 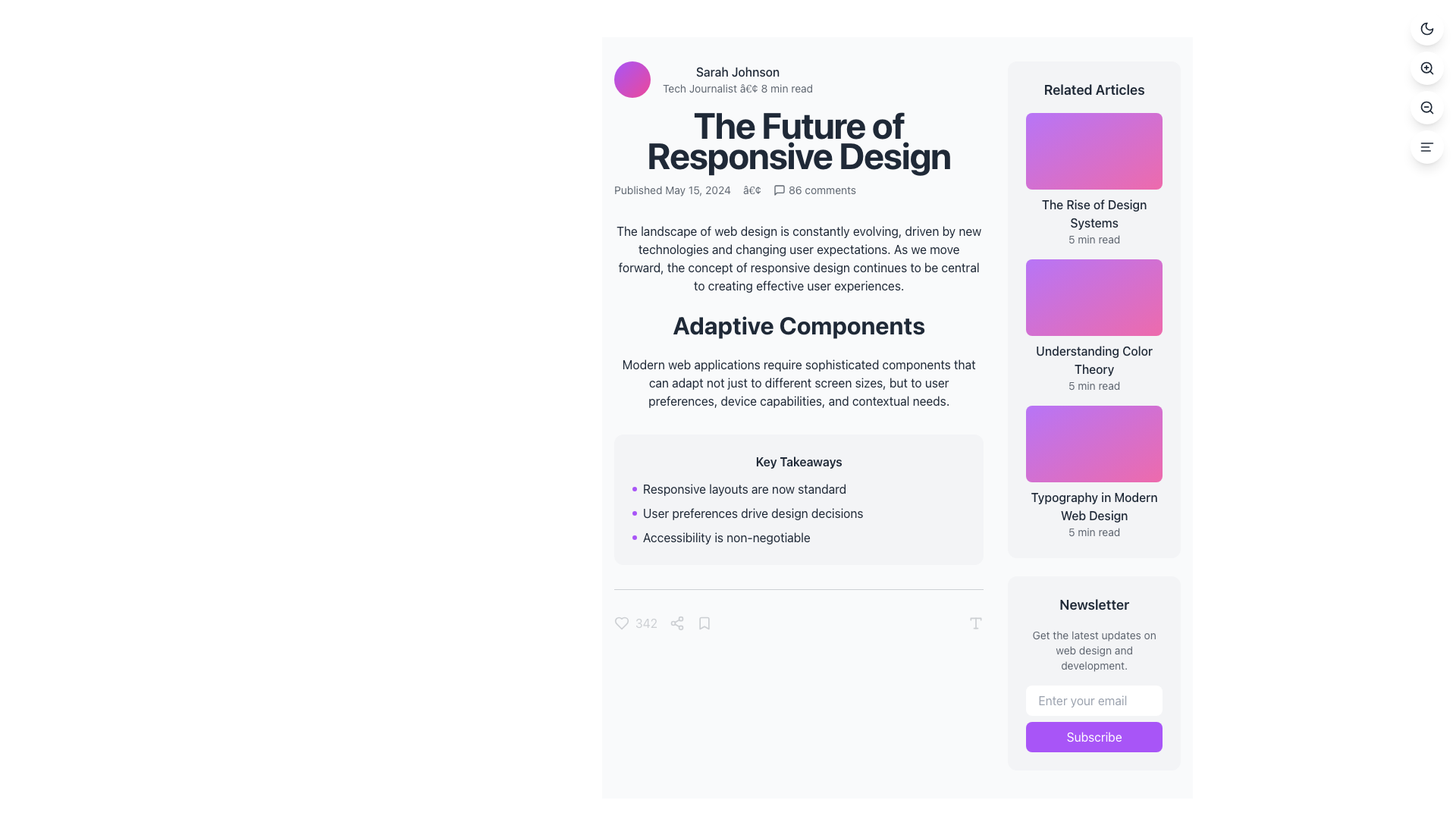 What do you see at coordinates (1094, 650) in the screenshot?
I see `the text element that reads 'Get the latest updates on web design and development,' styled in small gray text within the 'Newsletter' section` at bounding box center [1094, 650].